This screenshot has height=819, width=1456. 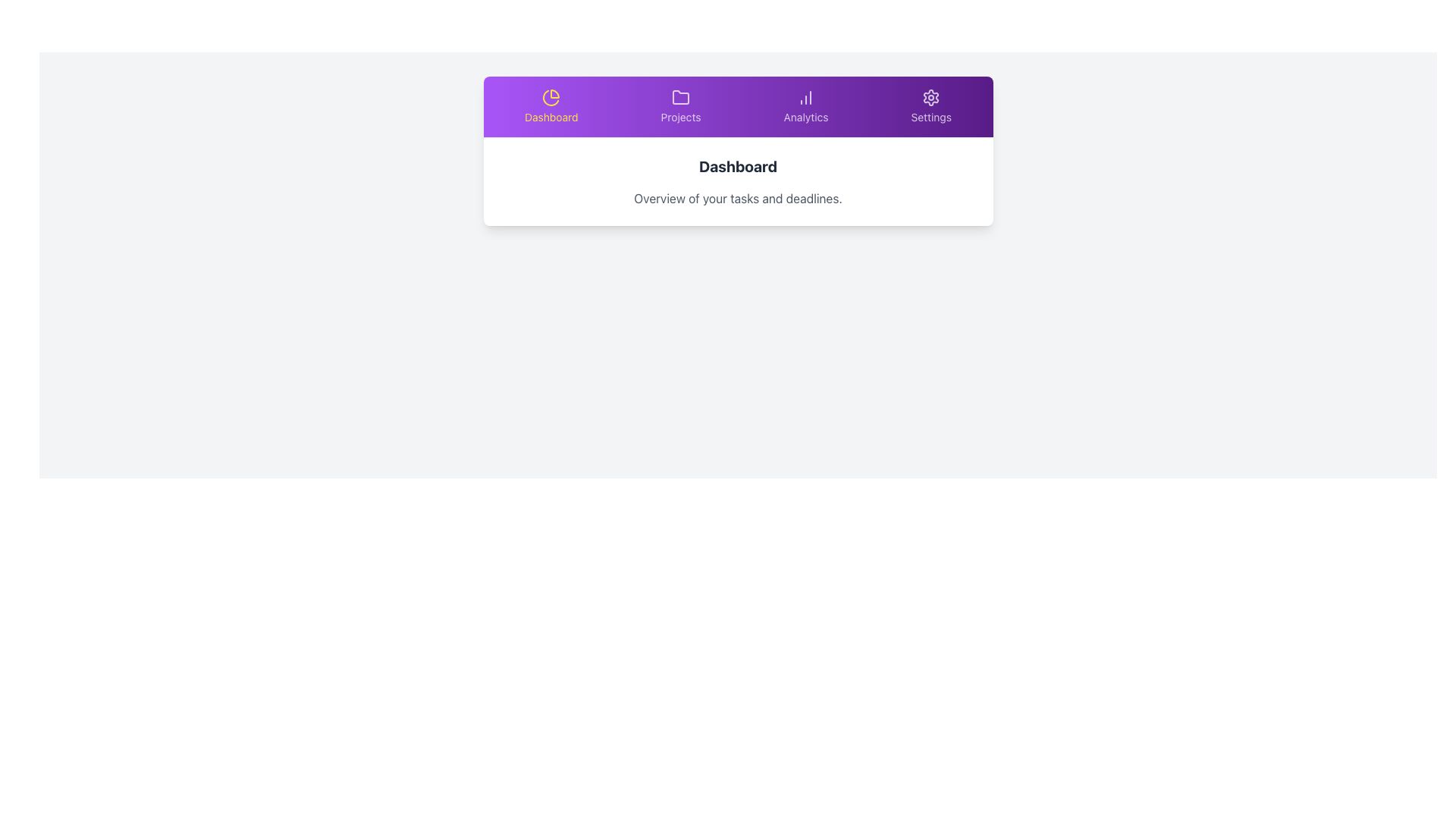 What do you see at coordinates (550, 98) in the screenshot?
I see `the decorative vector graphic resembling a partial pie chart segment located under the 'Dashboard' label in the top navigation section of the interface` at bounding box center [550, 98].